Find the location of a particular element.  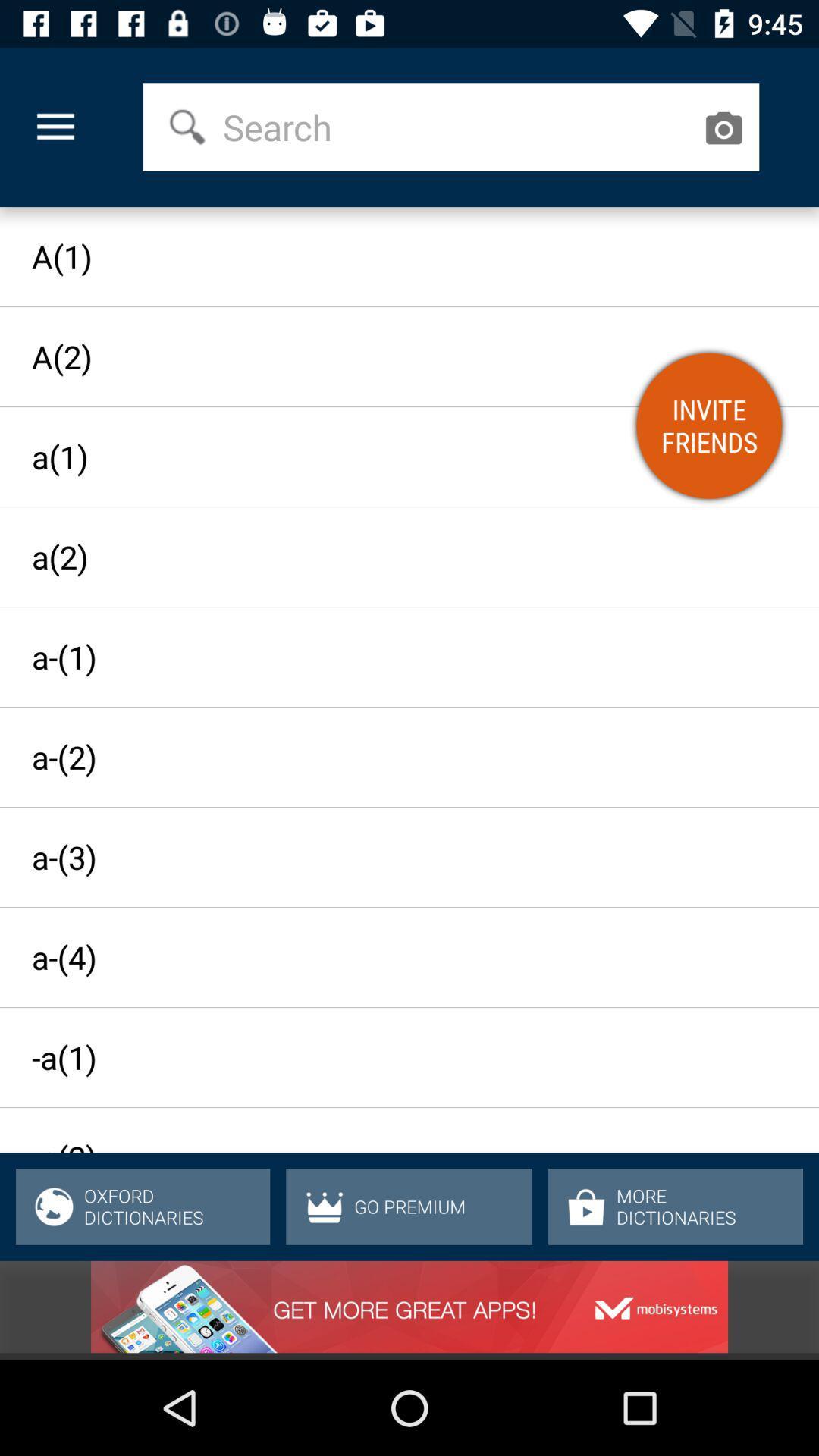

invite friends icon is located at coordinates (709, 425).